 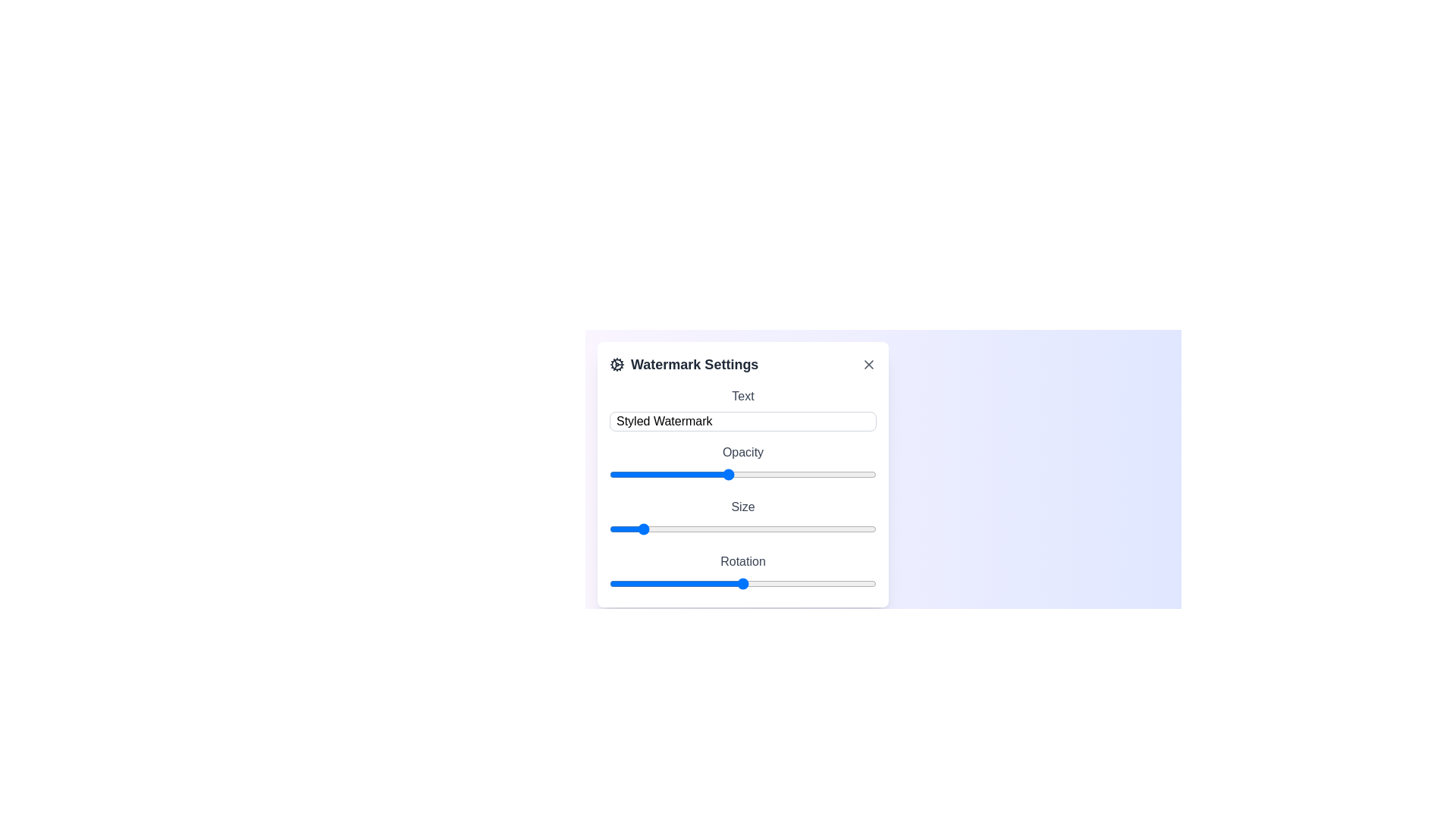 What do you see at coordinates (761, 583) in the screenshot?
I see `rotation` at bounding box center [761, 583].